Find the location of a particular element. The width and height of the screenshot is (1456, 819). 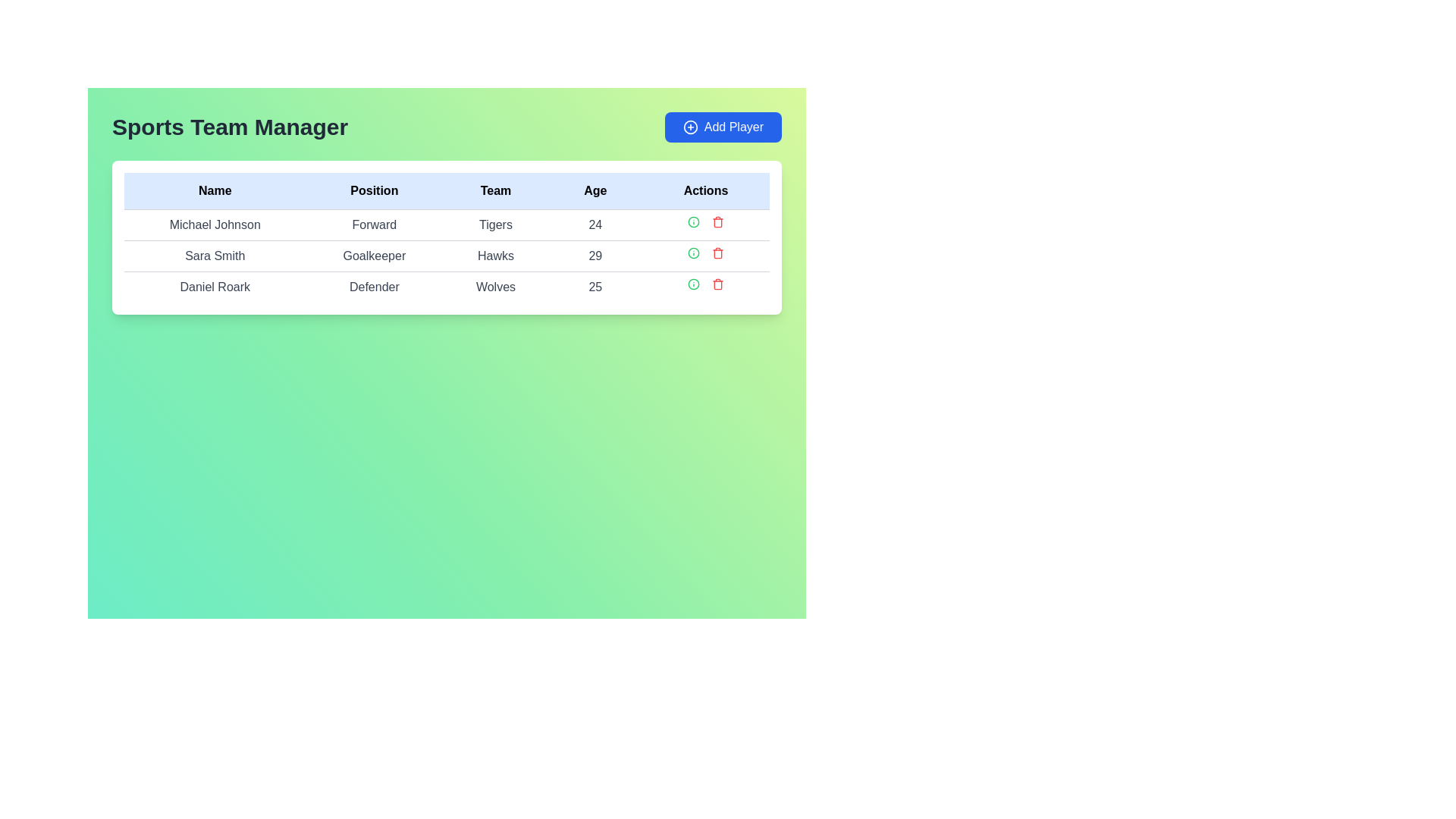

the plus (+) icon encased in a circular outline, located to the left of the 'Add Player' text on the button at the top-right portion of the interface is located at coordinates (689, 127).